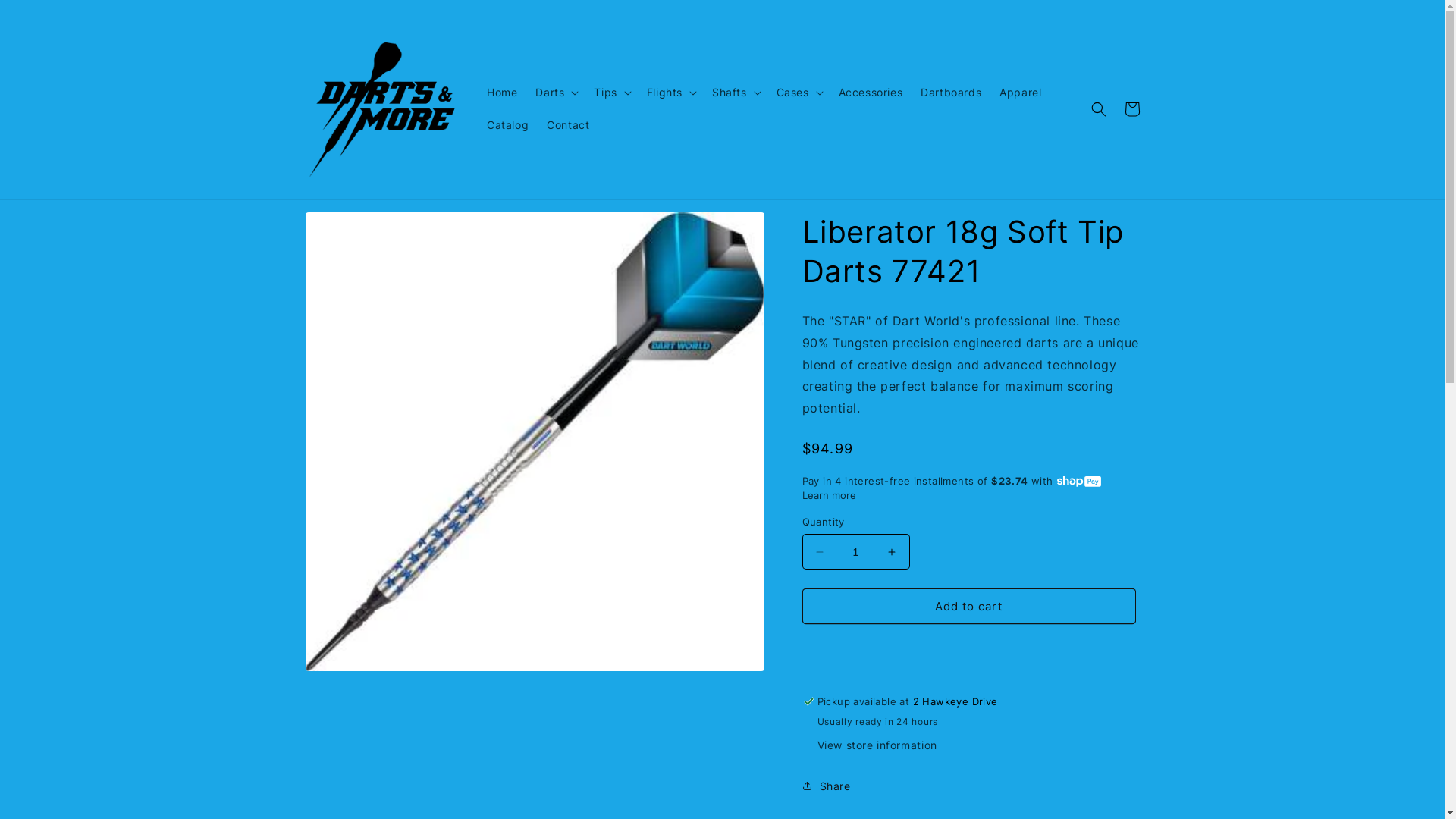  I want to click on 'View store information', so click(817, 745).